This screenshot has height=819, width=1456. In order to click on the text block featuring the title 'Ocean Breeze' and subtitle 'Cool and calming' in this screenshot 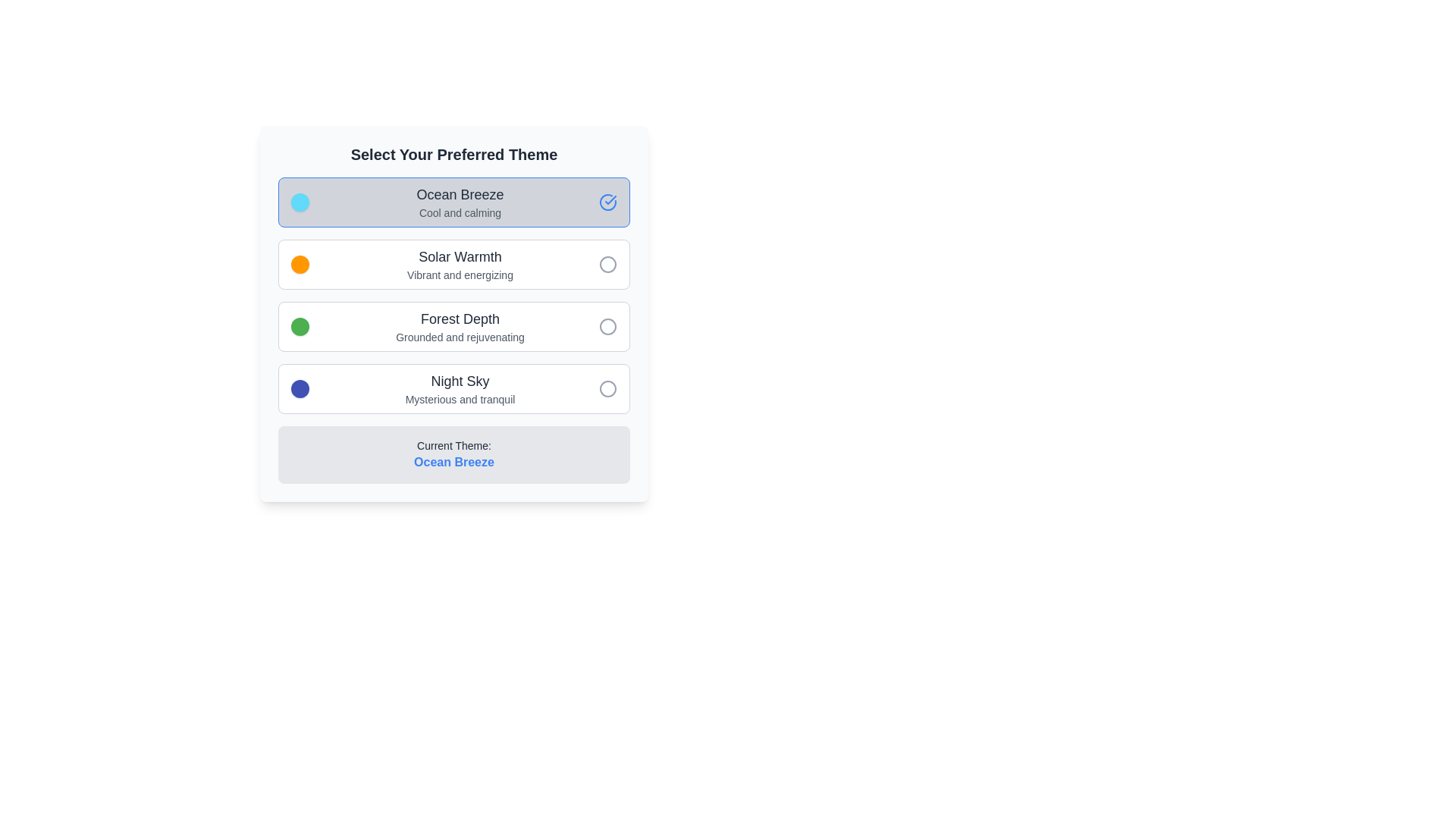, I will do `click(459, 201)`.